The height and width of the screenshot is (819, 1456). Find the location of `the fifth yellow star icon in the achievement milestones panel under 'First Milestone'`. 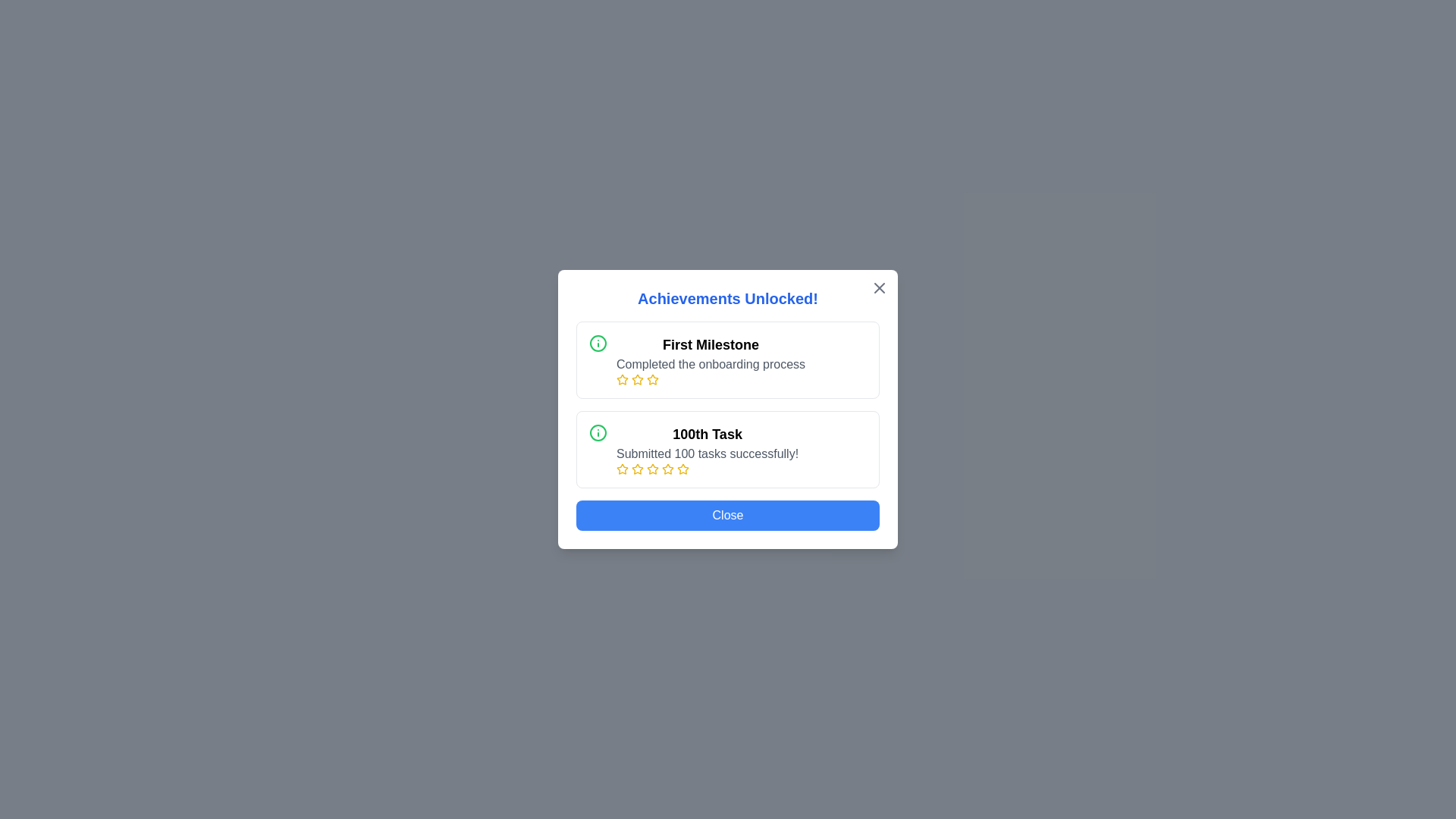

the fifth yellow star icon in the achievement milestones panel under 'First Milestone' is located at coordinates (652, 379).